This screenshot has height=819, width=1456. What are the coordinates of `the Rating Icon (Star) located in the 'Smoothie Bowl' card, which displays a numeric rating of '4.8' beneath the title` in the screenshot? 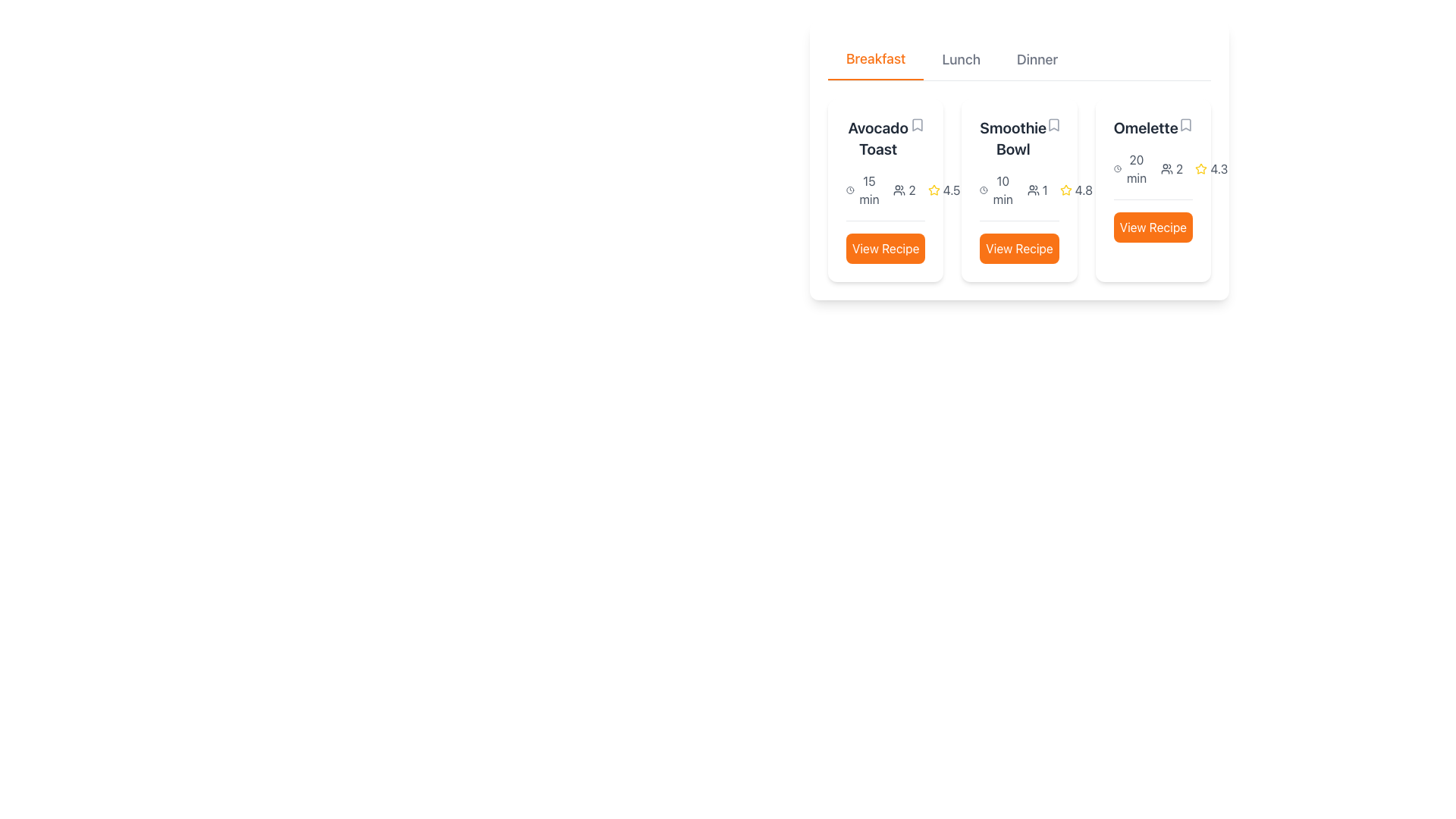 It's located at (1065, 189).